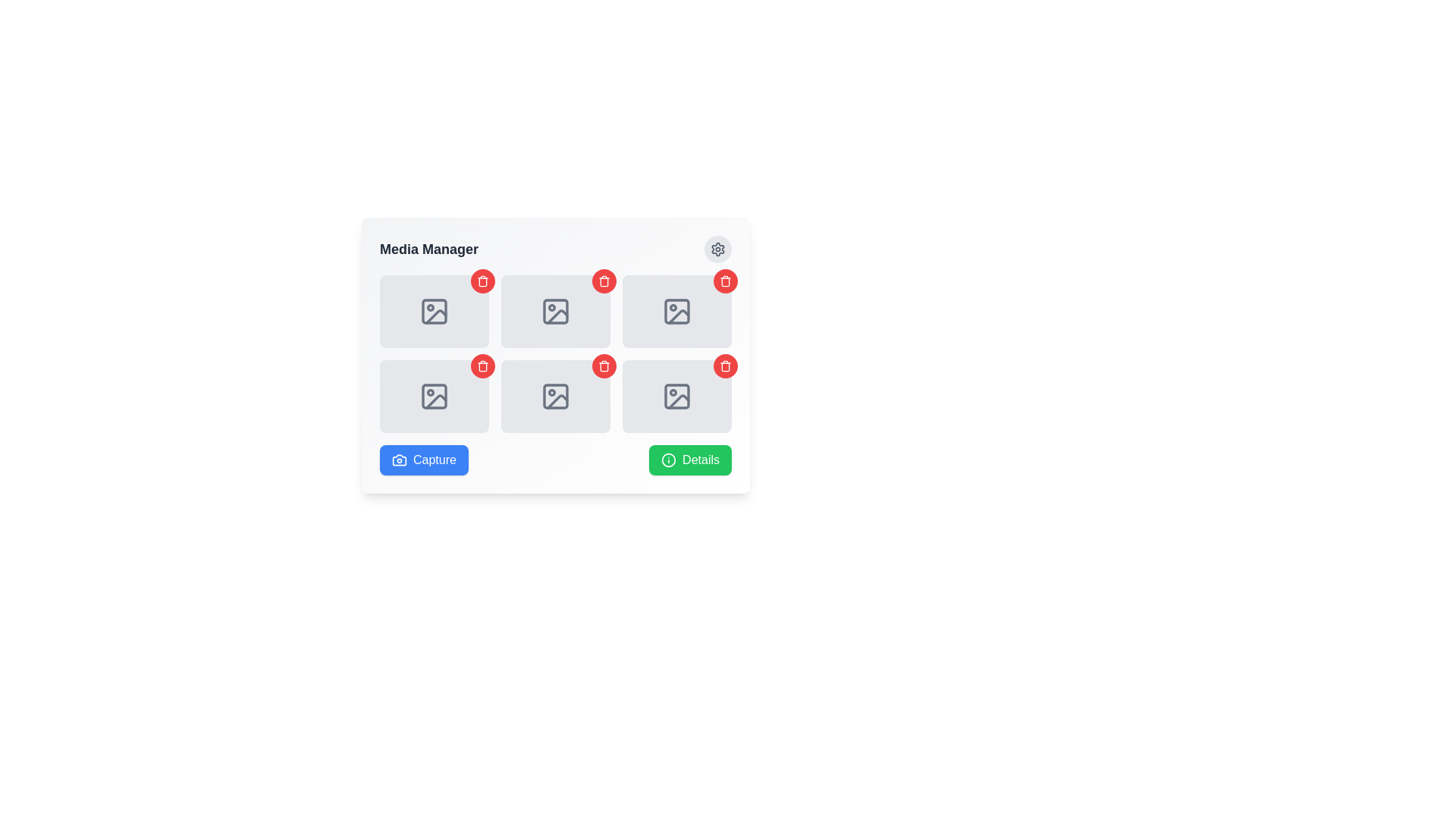 Image resolution: width=1456 pixels, height=819 pixels. I want to click on the trash/delete button located at the top right corner of the last media card in the grid, so click(724, 281).